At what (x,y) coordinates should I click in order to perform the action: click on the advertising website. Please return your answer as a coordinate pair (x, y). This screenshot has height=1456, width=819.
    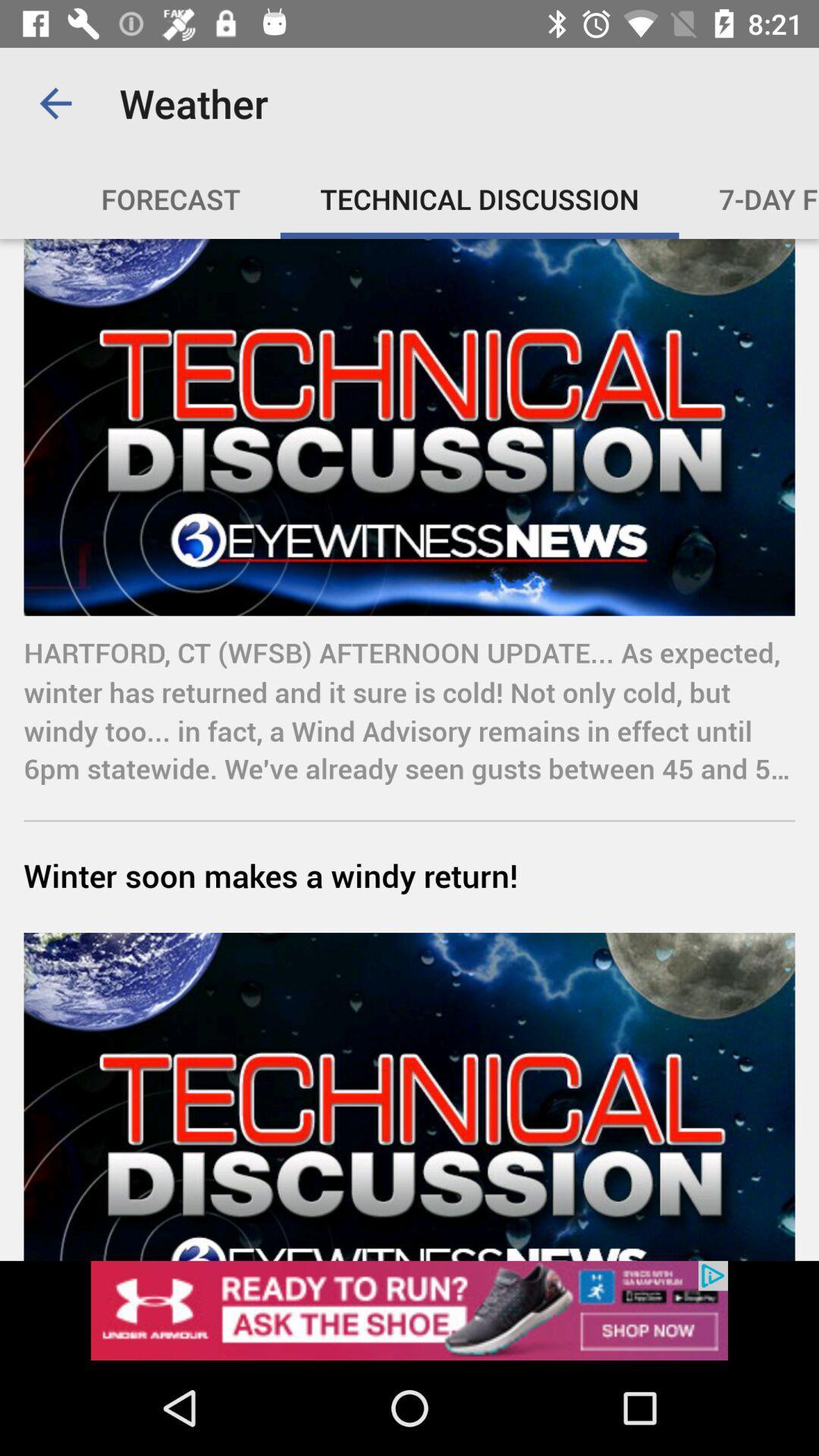
    Looking at the image, I should click on (409, 1310).